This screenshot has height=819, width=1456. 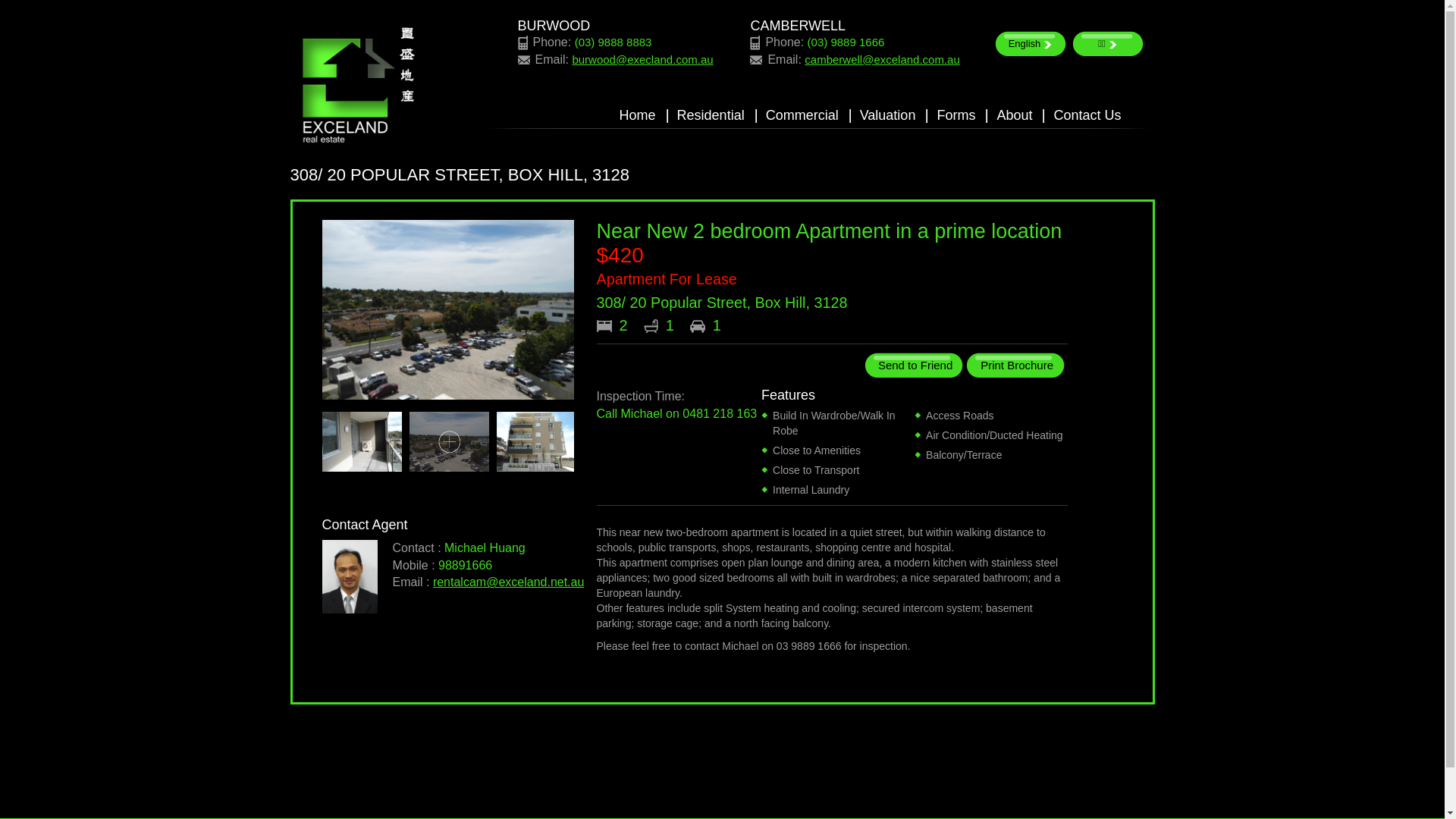 I want to click on 'camberwell@exceland.com.au', so click(x=882, y=58).